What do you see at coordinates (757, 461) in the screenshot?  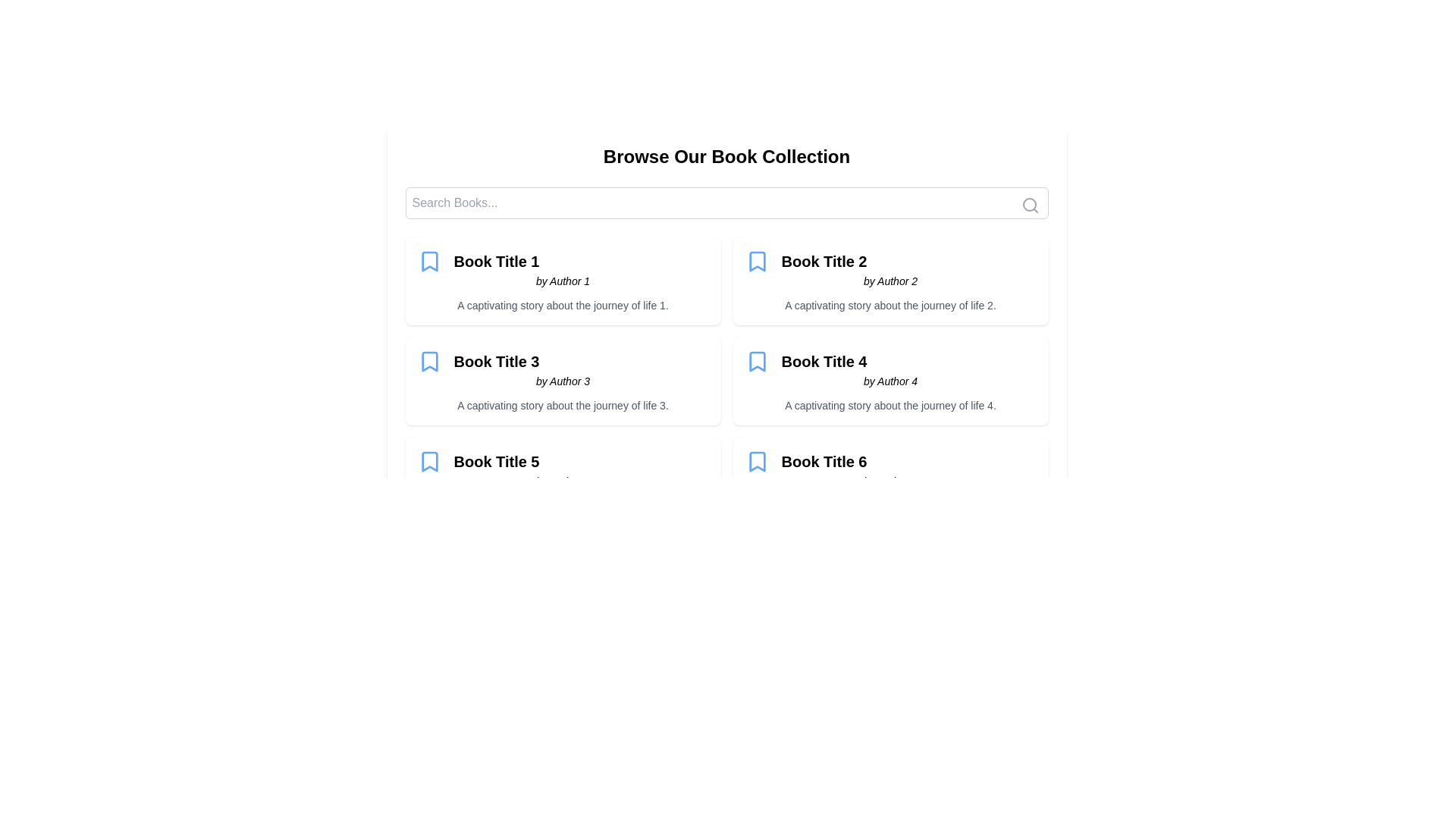 I see `the 'favorite' or 'bookmark' icon associated with 'Book Title 6', located on the right-hand side of the second row in a two-column grid layout` at bounding box center [757, 461].